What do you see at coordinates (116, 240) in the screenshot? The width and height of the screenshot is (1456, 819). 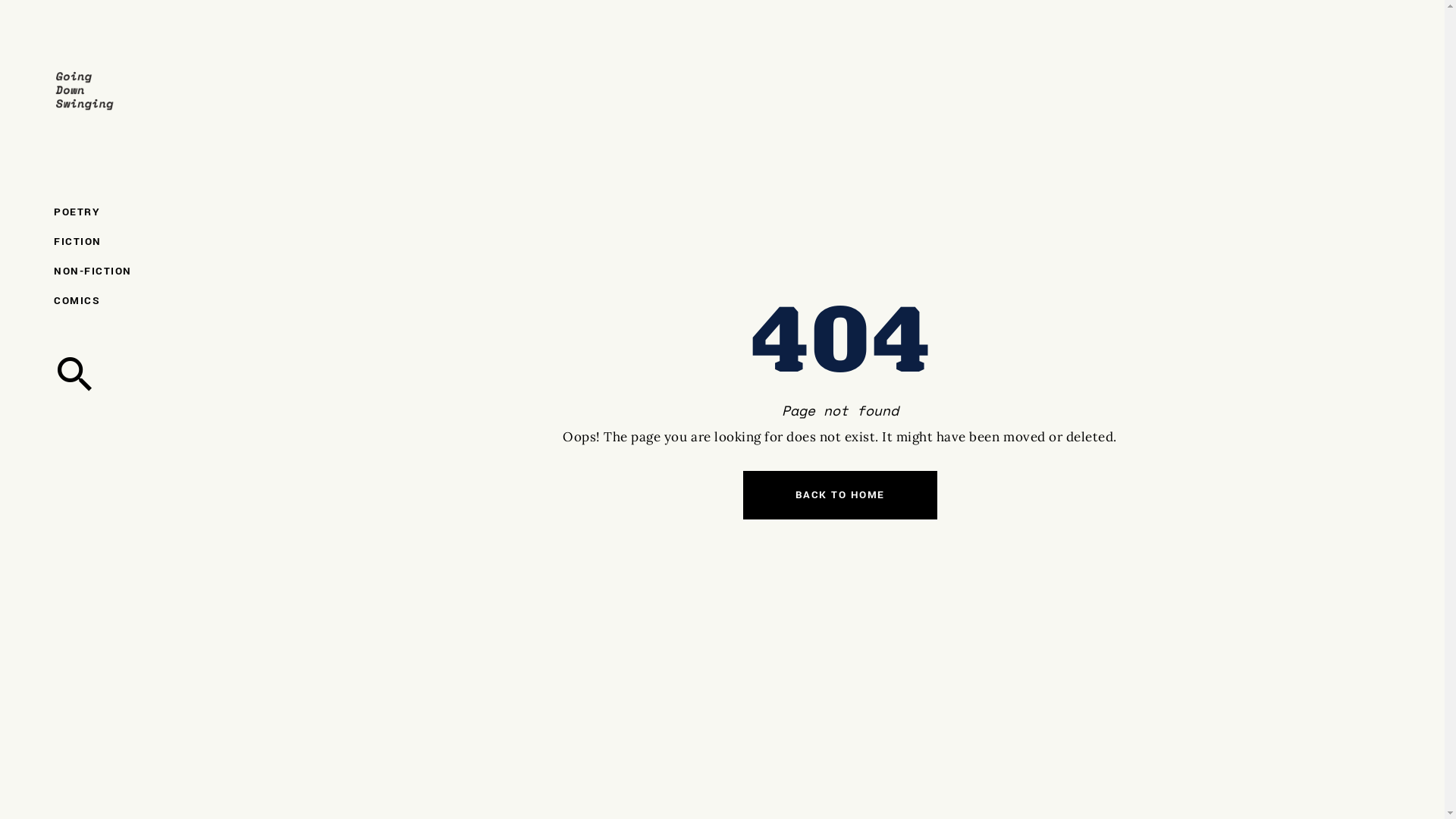 I see `'FICTION'` at bounding box center [116, 240].